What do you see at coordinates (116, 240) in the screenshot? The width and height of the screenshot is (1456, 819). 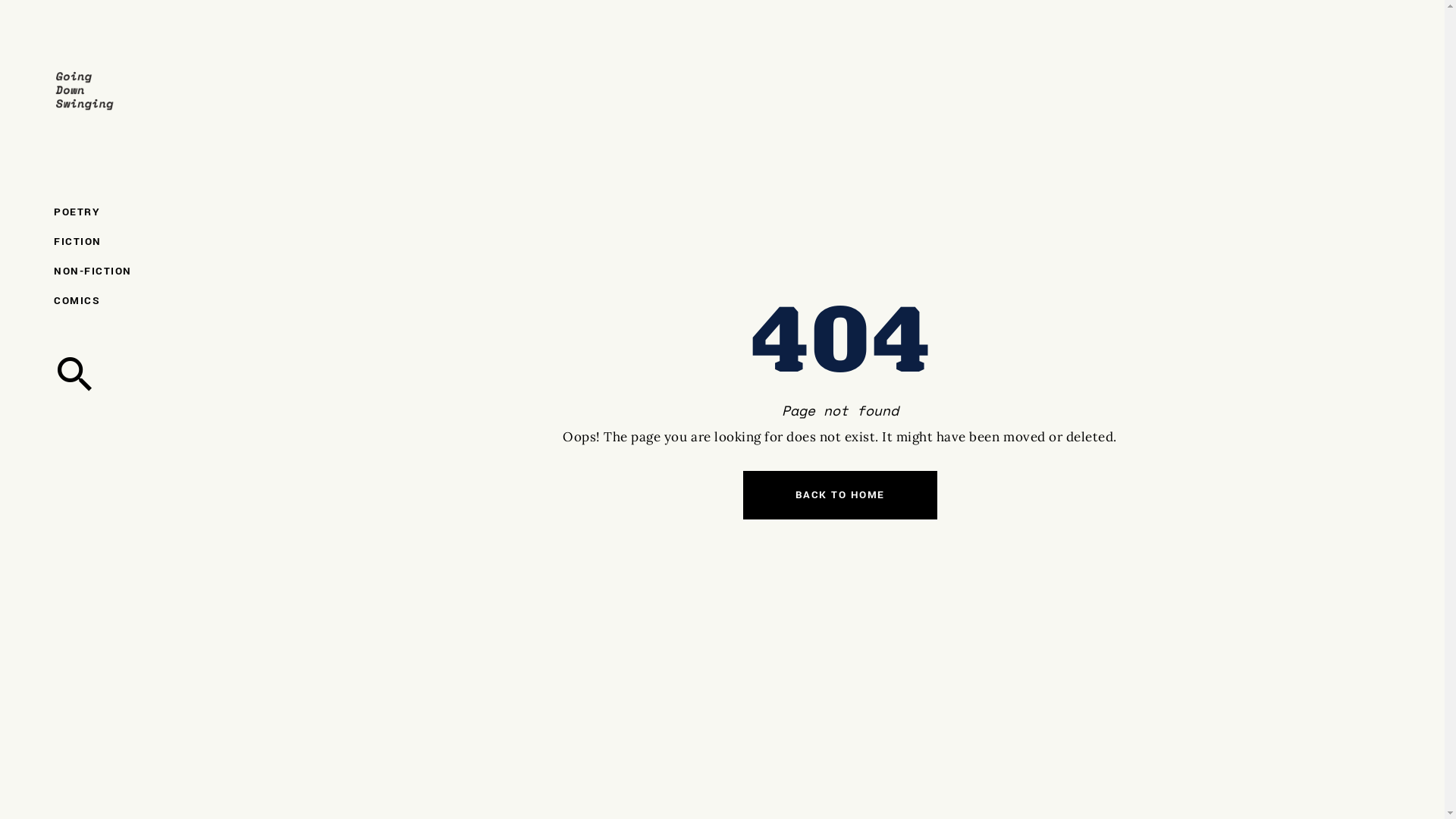 I see `'FICTION'` at bounding box center [116, 240].